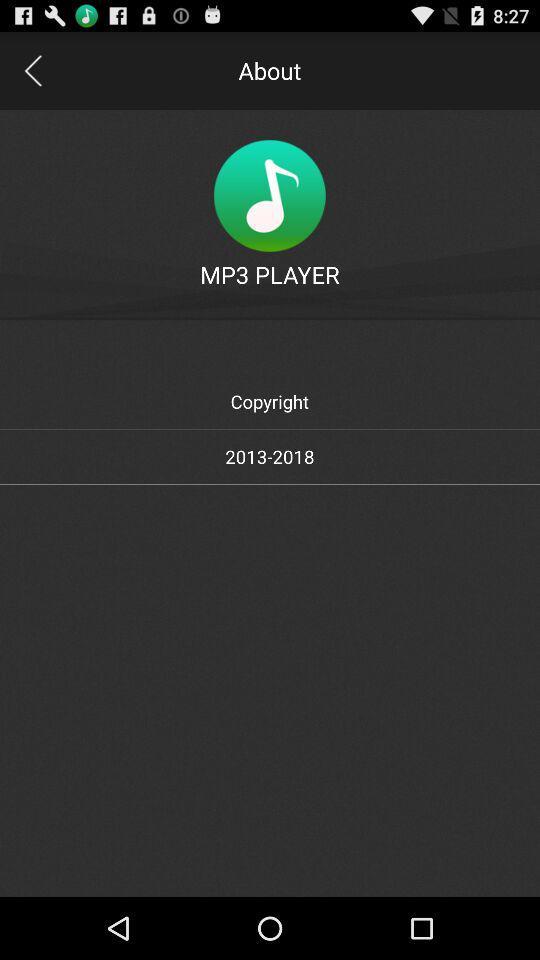 The width and height of the screenshot is (540, 960). What do you see at coordinates (31, 70) in the screenshot?
I see `go back` at bounding box center [31, 70].